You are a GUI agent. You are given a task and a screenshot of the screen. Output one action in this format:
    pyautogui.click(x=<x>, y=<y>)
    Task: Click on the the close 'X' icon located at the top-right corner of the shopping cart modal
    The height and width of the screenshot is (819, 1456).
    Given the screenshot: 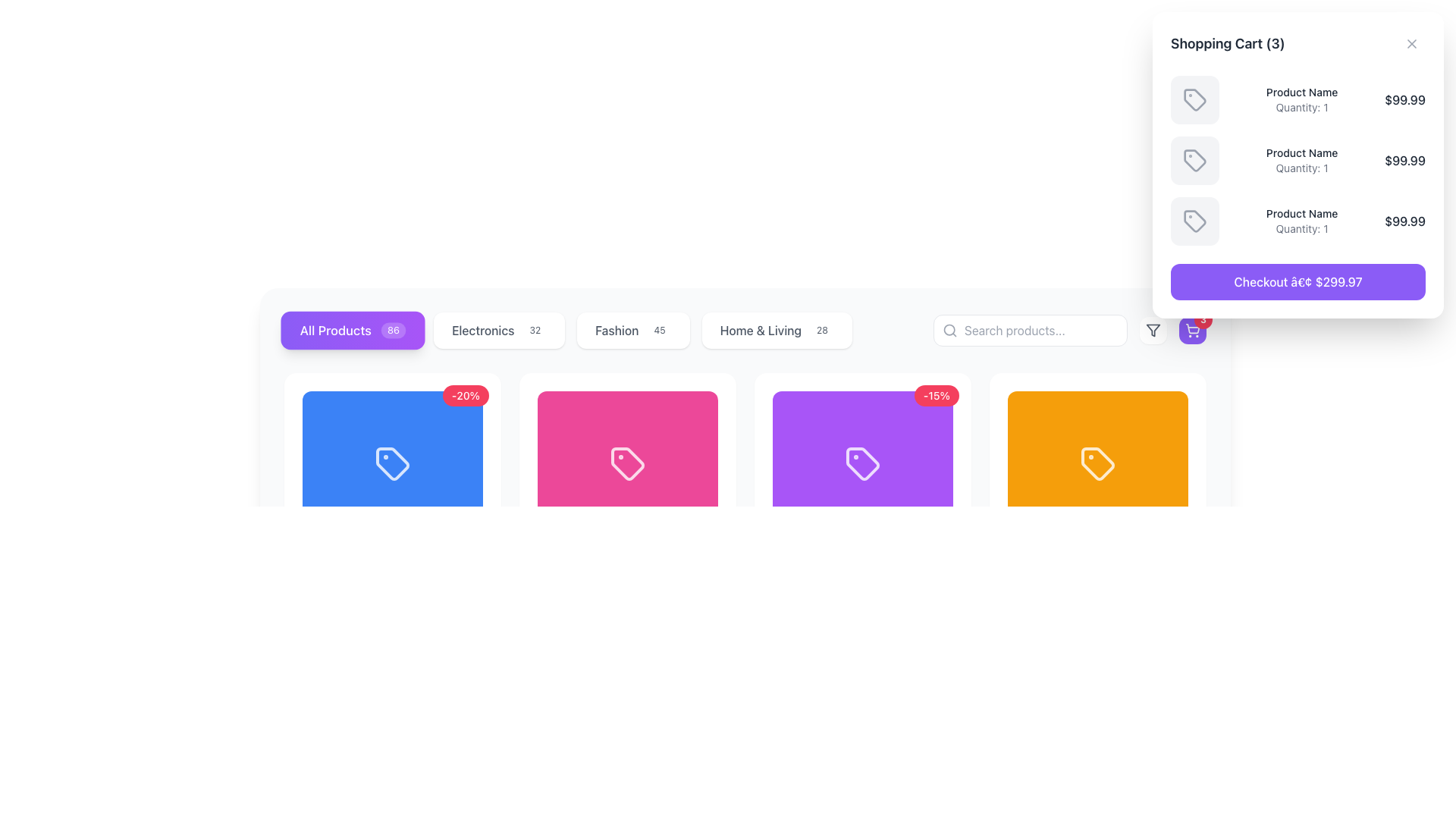 What is the action you would take?
    pyautogui.click(x=1411, y=42)
    